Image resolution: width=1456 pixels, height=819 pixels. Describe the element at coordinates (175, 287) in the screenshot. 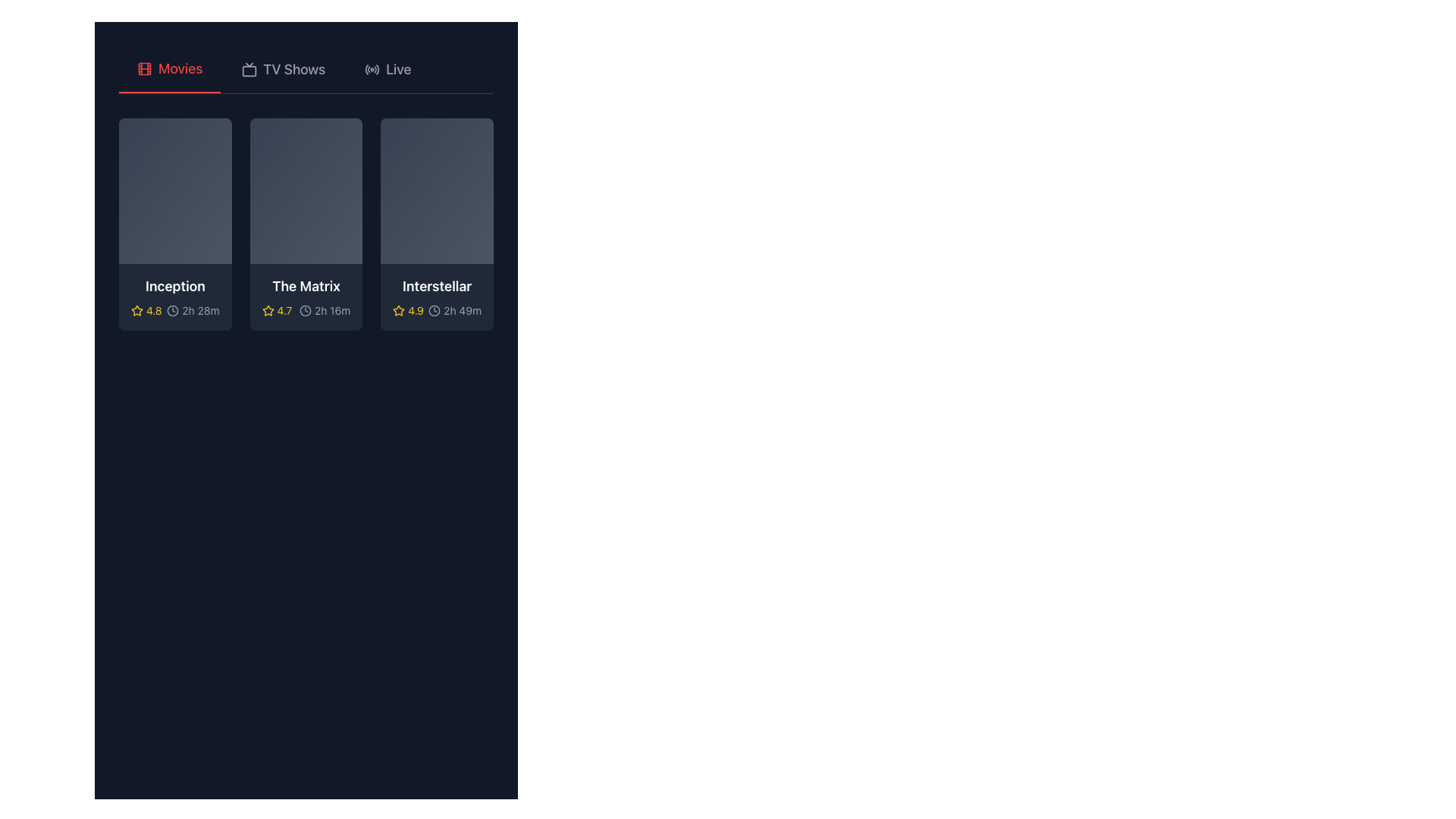

I see `the title label for the movie card that identifies the movie 'Inception'` at that location.